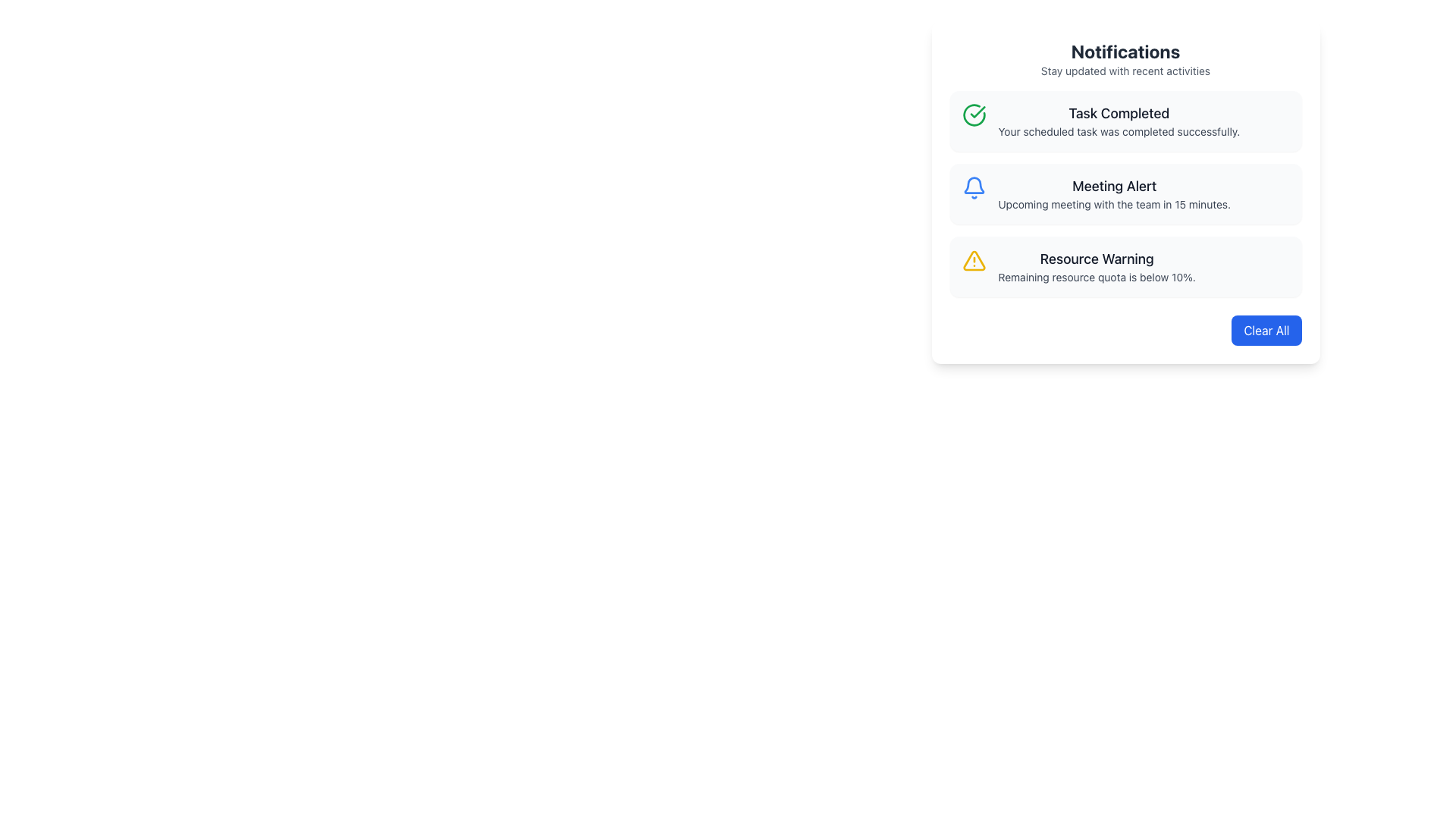 The image size is (1456, 819). I want to click on the text label that provides information related to the notifications section, located below the title 'Notifications' in the notification panel, so click(1125, 71).